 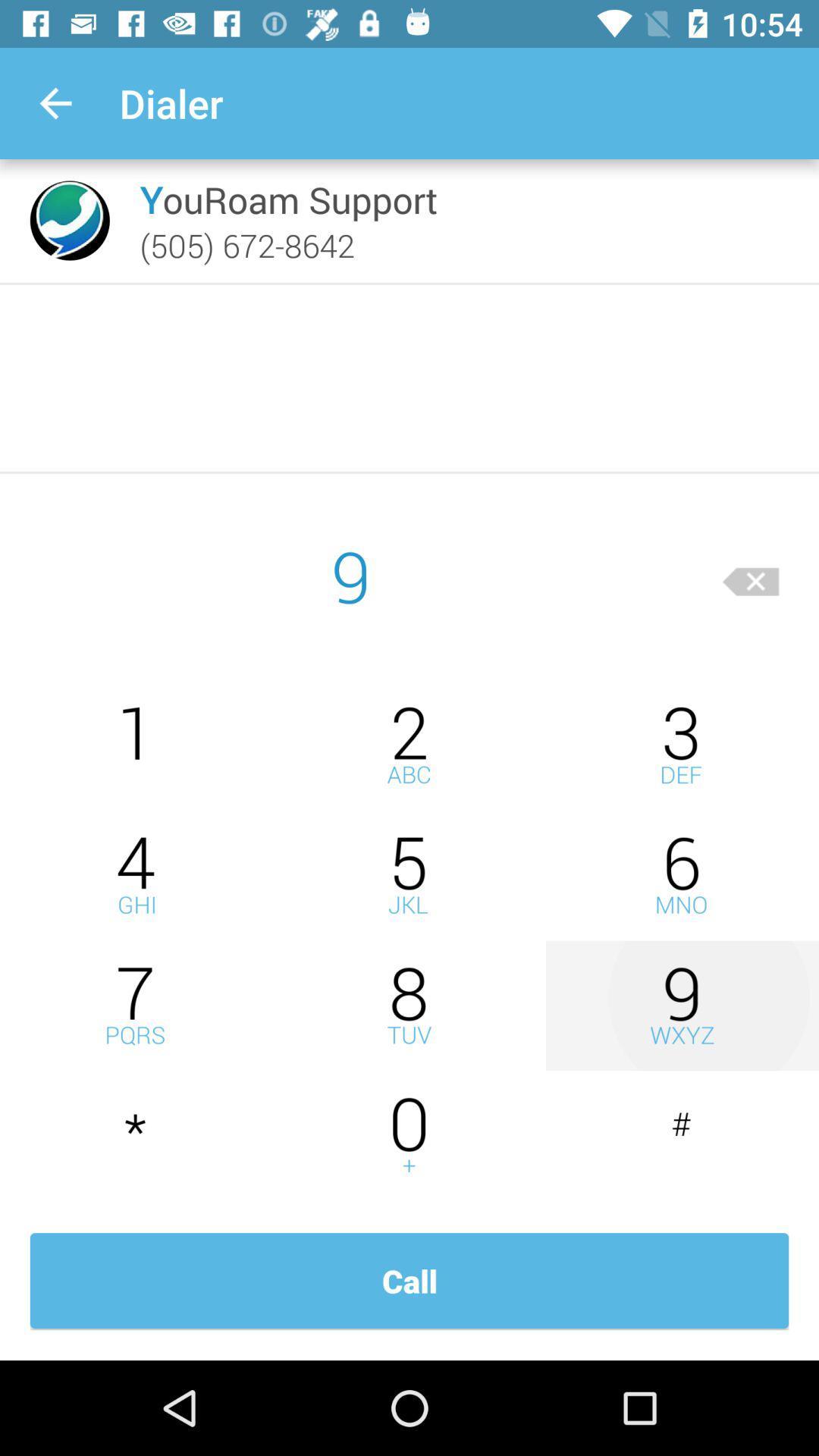 What do you see at coordinates (751, 575) in the screenshot?
I see `delete previous character` at bounding box center [751, 575].